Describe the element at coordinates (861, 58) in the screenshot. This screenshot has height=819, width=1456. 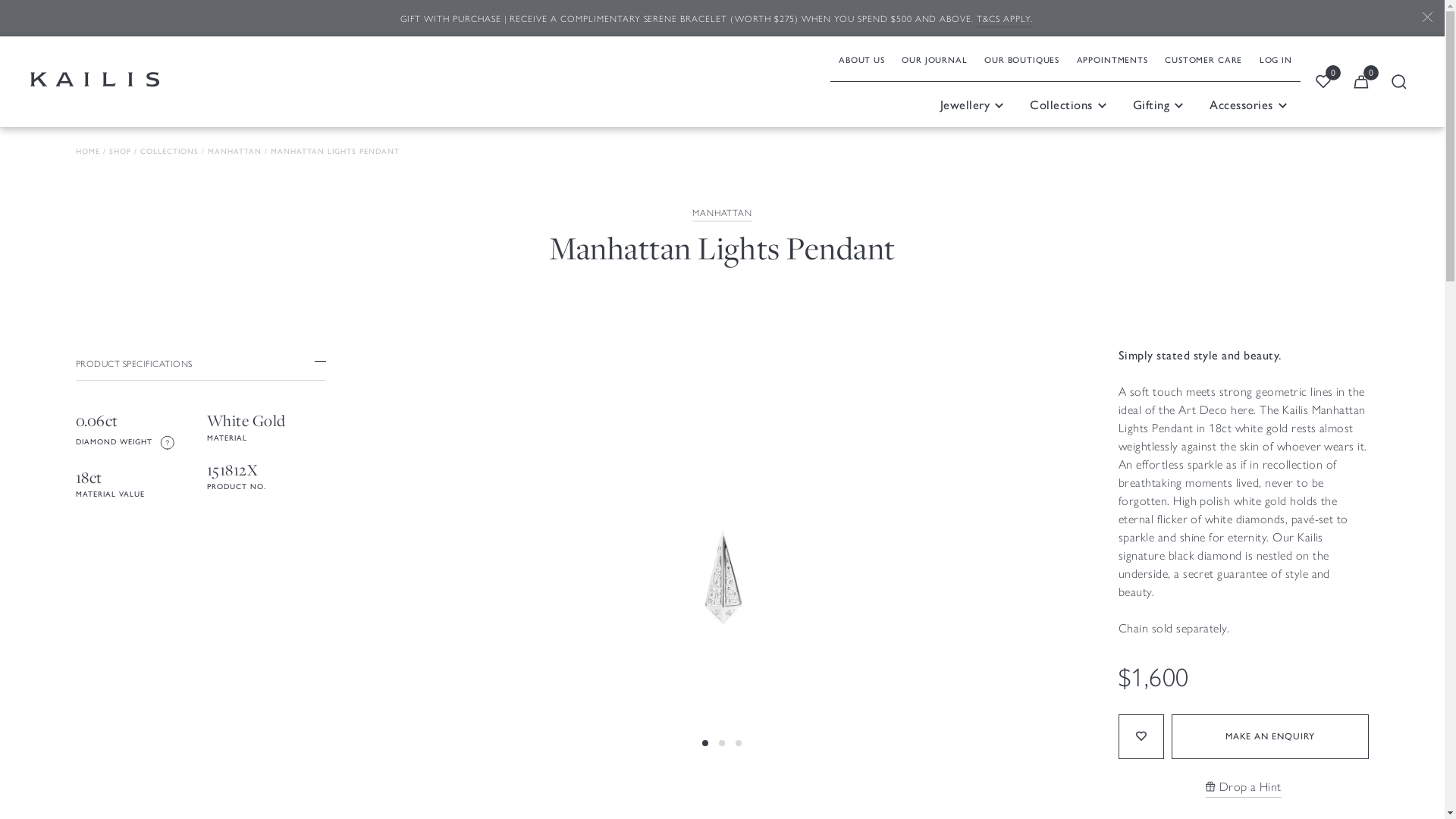
I see `'ABOUT US'` at that location.